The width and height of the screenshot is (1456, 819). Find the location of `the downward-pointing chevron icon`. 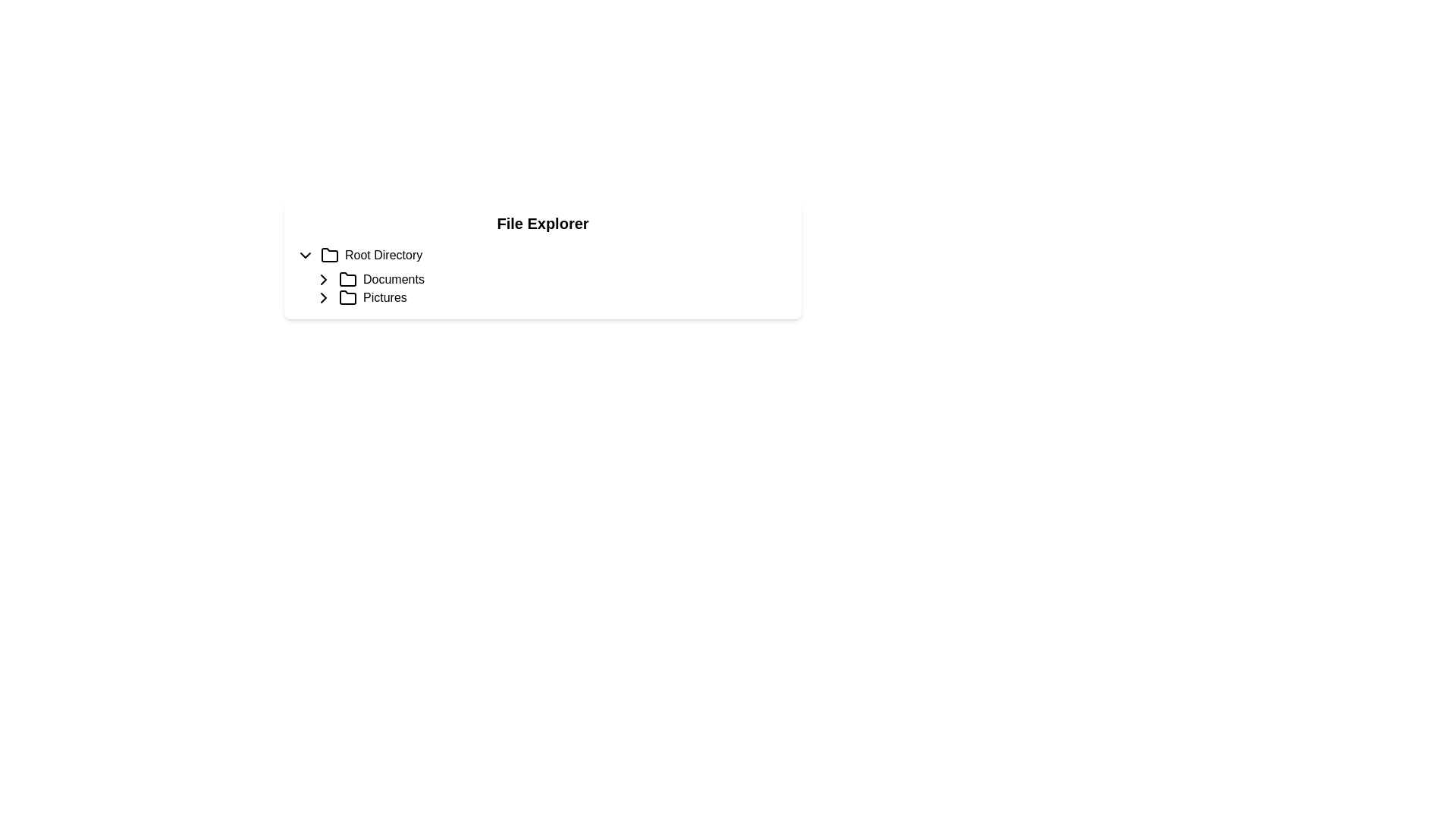

the downward-pointing chevron icon is located at coordinates (305, 254).